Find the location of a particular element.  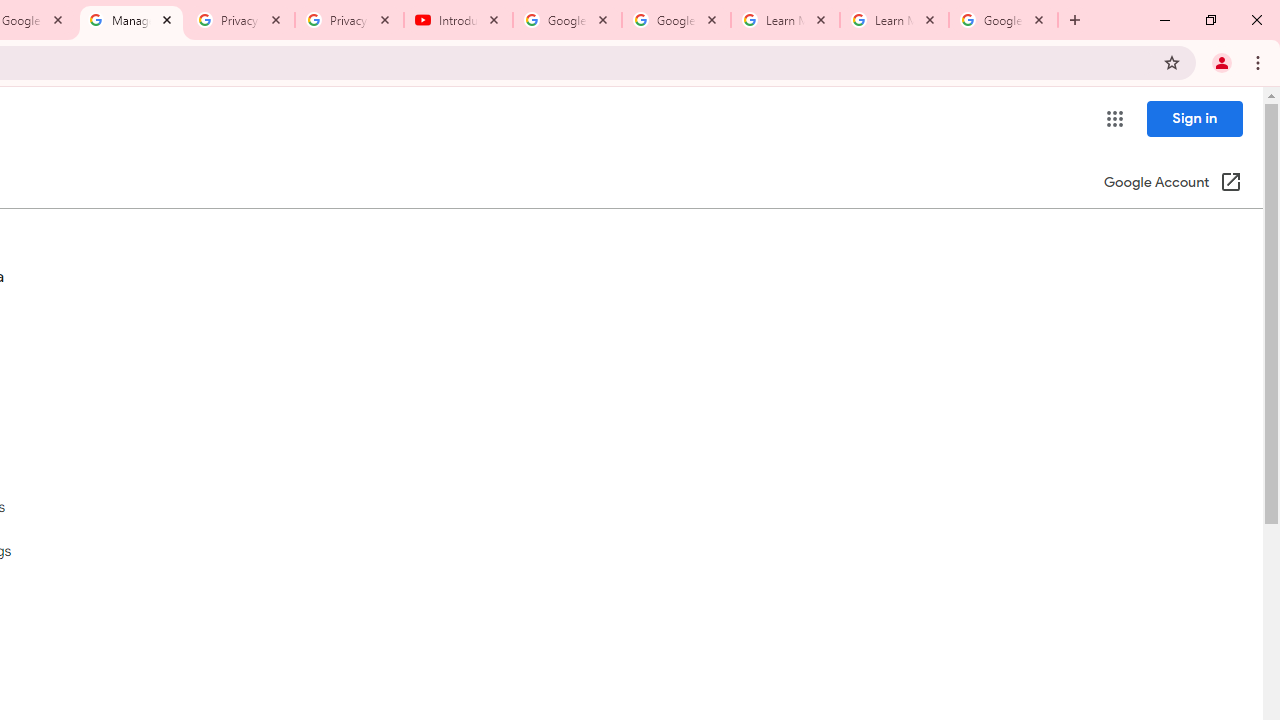

'Introduction | Google Privacy Policy - YouTube' is located at coordinates (457, 20).